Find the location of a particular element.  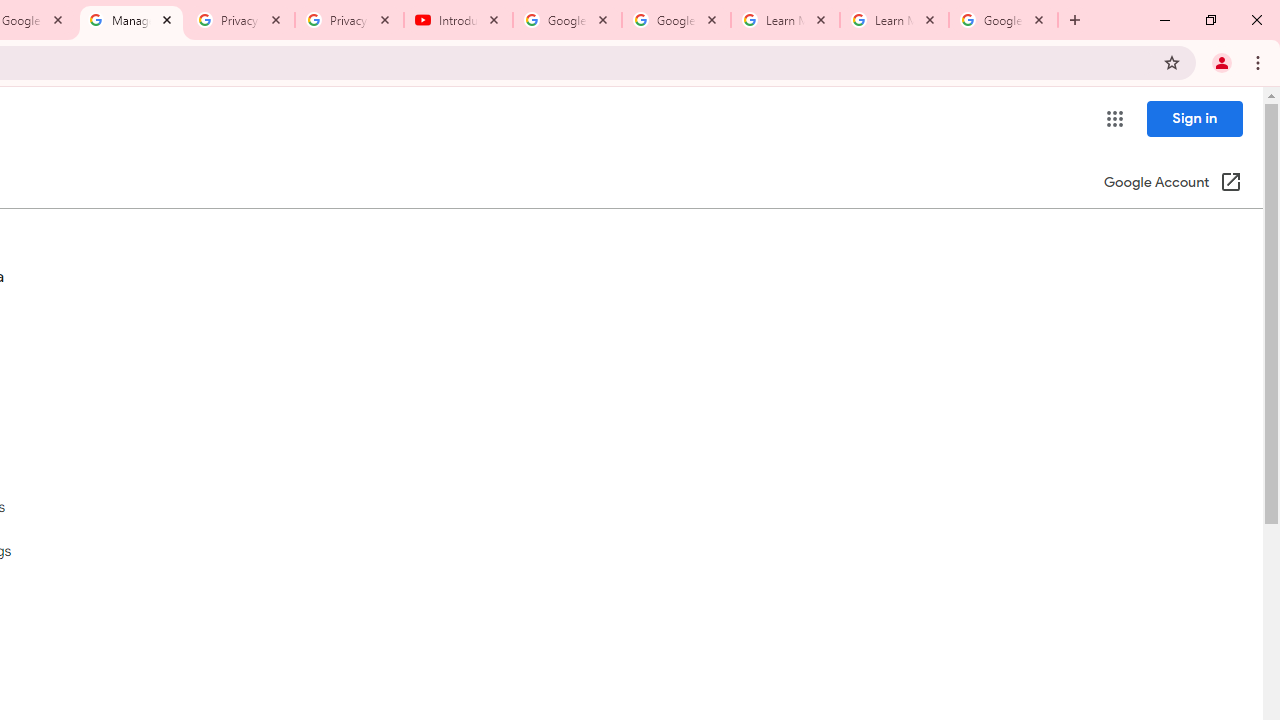

'Introduction | Google Privacy Policy - YouTube' is located at coordinates (457, 20).